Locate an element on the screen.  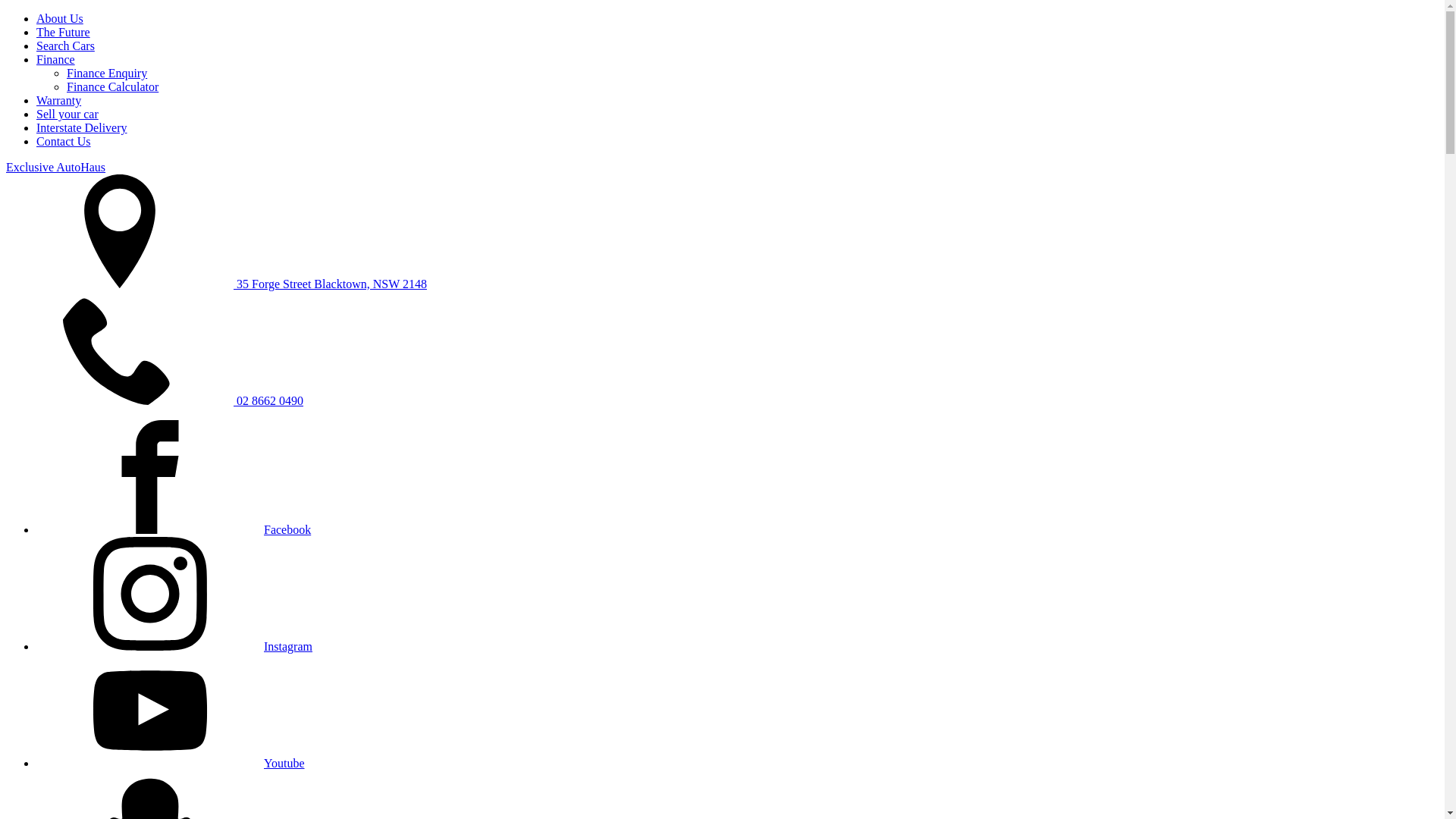
'Sell your car' is located at coordinates (36, 113).